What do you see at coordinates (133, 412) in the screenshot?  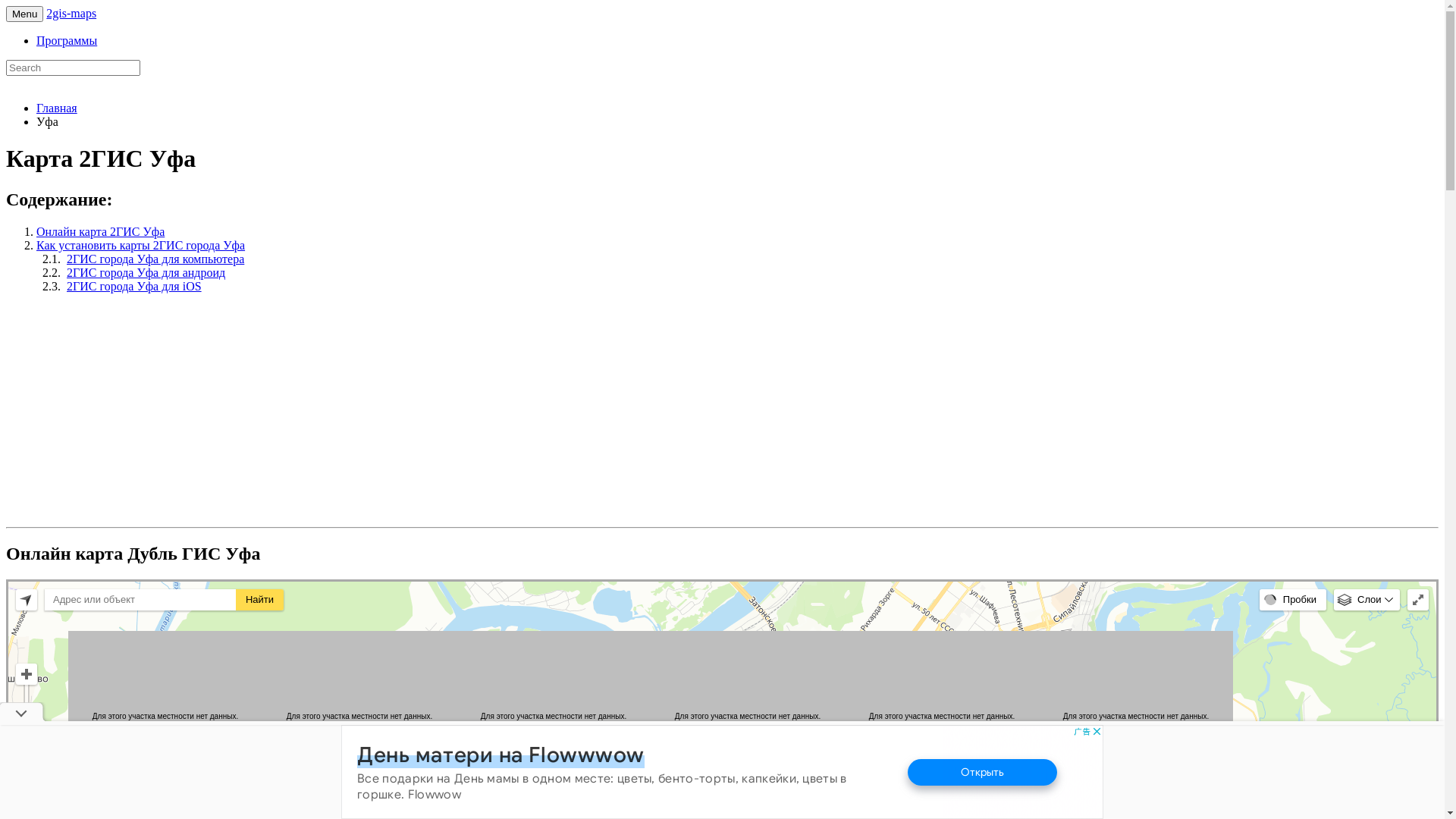 I see `'Advertisement'` at bounding box center [133, 412].